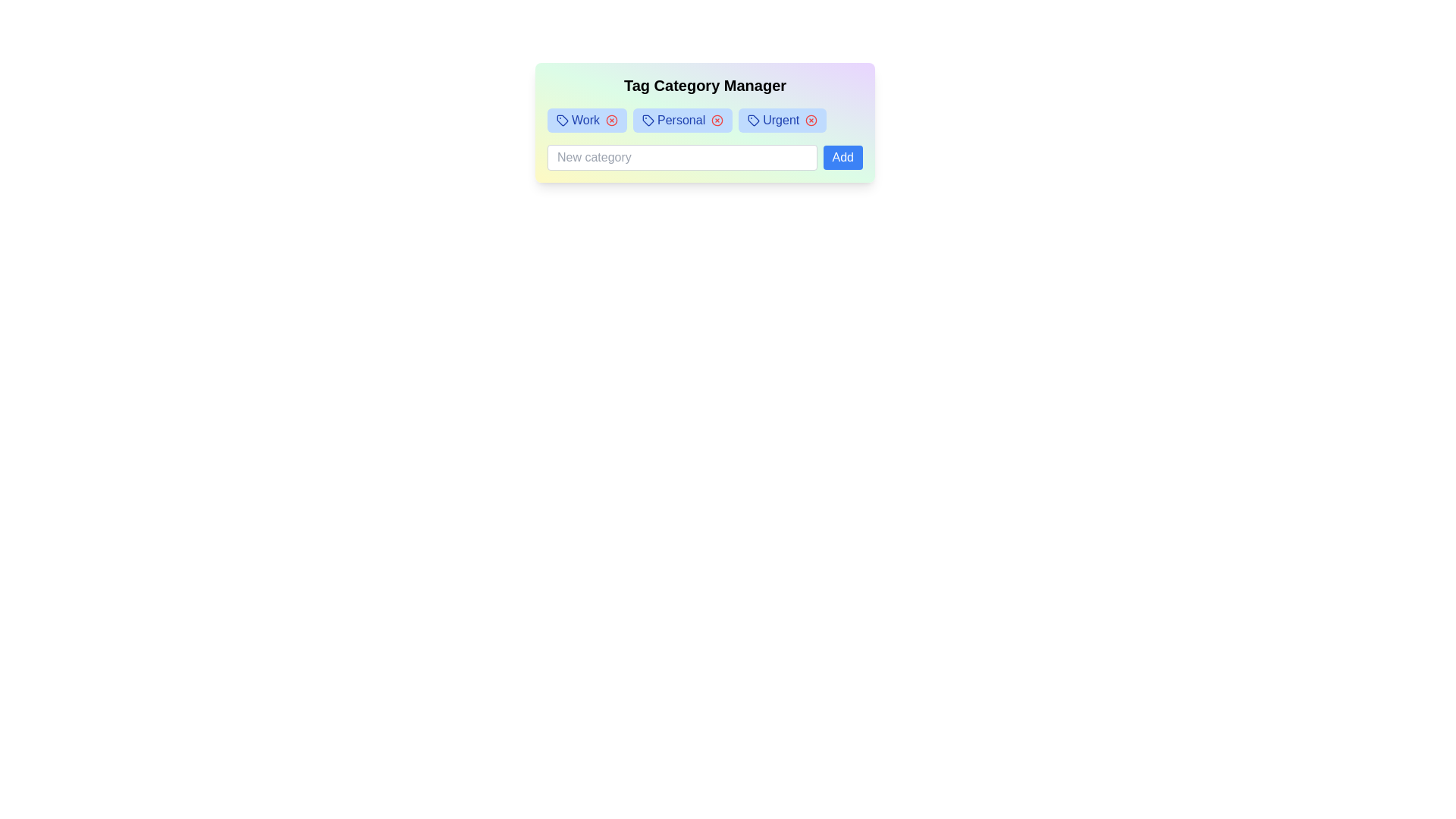  Describe the element at coordinates (648, 119) in the screenshot. I see `the 'Personal' category SVG icon, which visually represents the personal category within the Tag Category Manager component` at that location.